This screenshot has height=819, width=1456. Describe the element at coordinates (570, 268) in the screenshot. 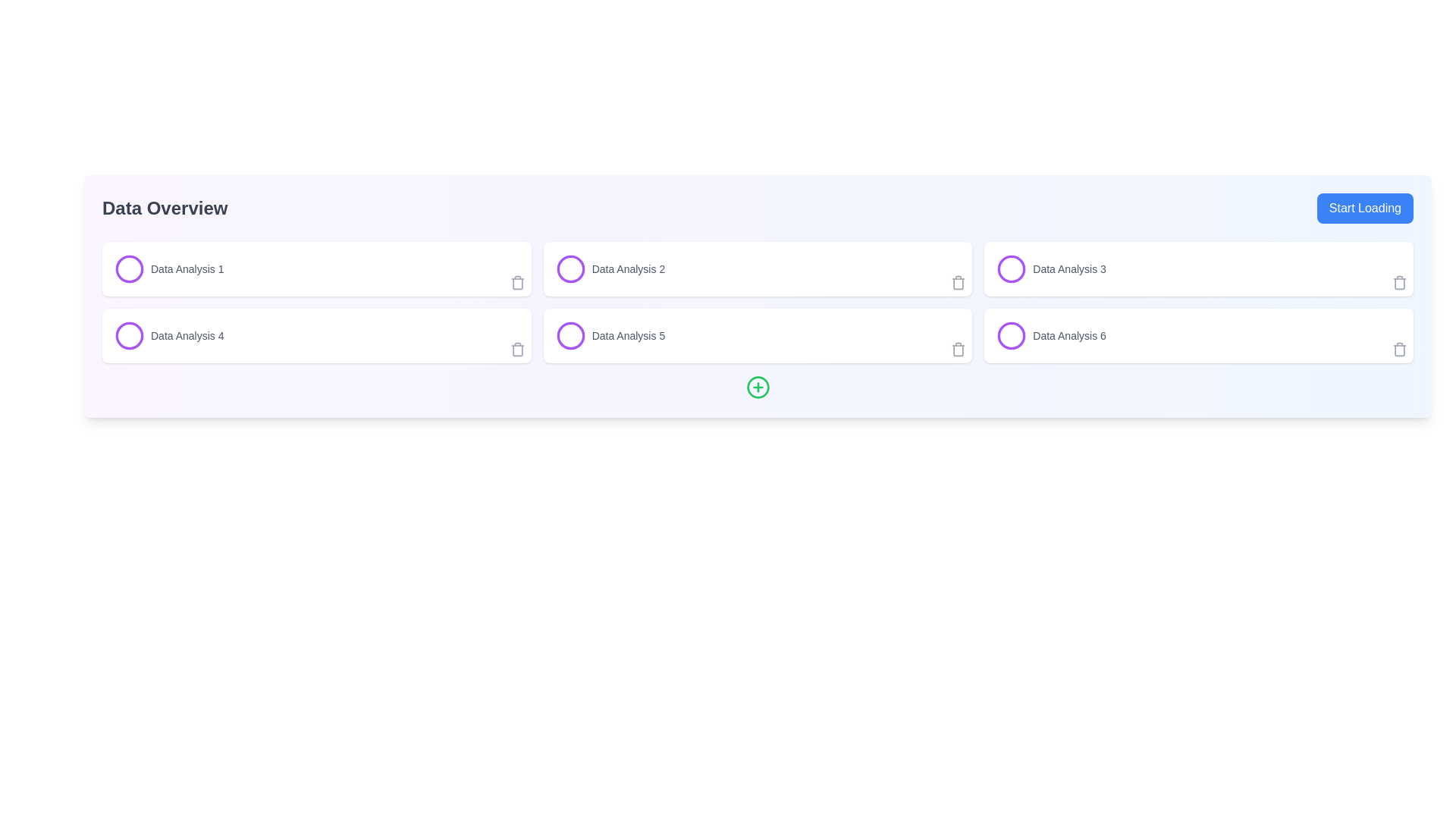

I see `the circular icon with a purple outline located in the top-right row of the grid layout under 'Data Analysis 2'` at that location.